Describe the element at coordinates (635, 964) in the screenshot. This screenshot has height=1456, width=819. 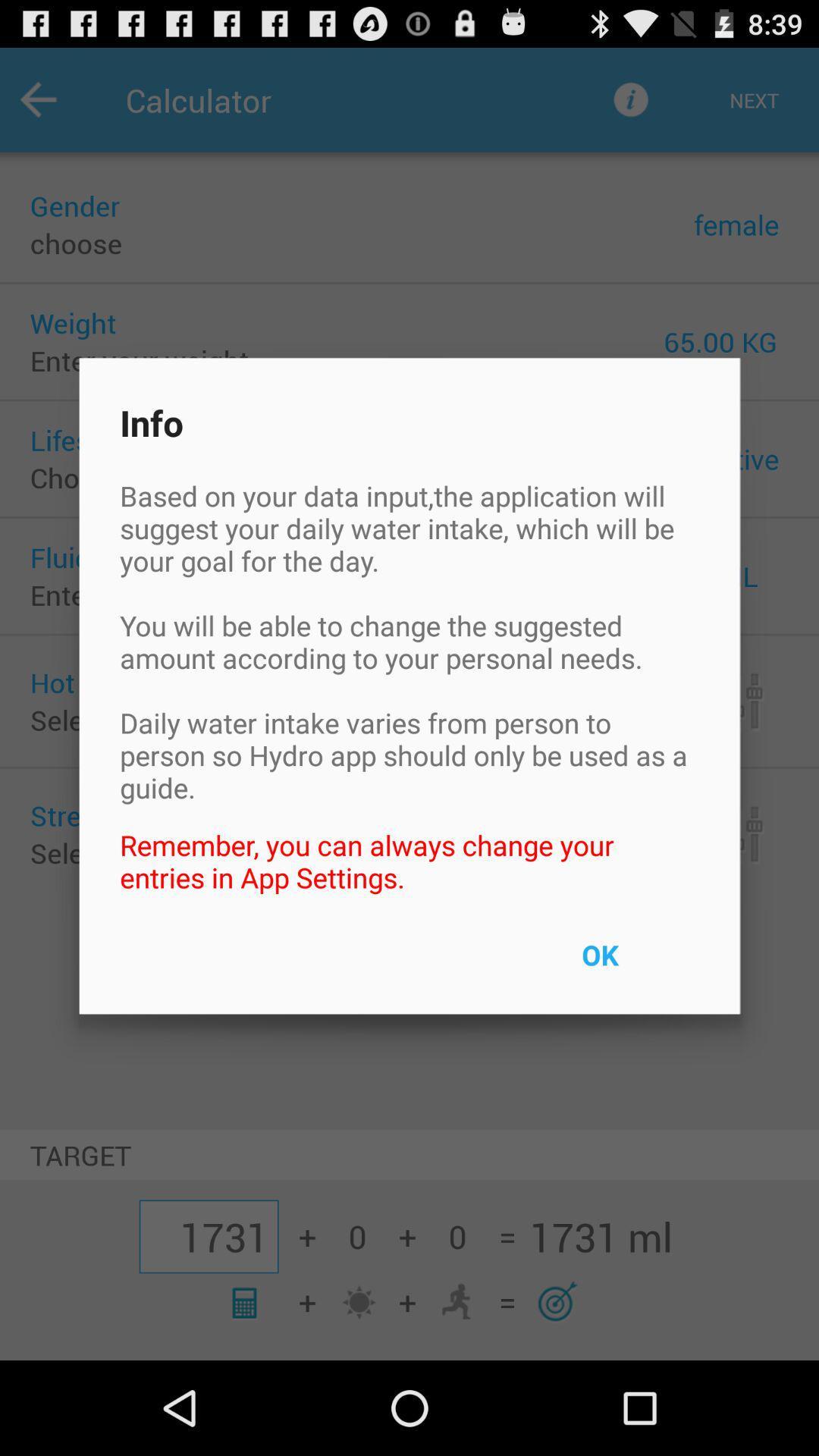
I see `item on the right` at that location.